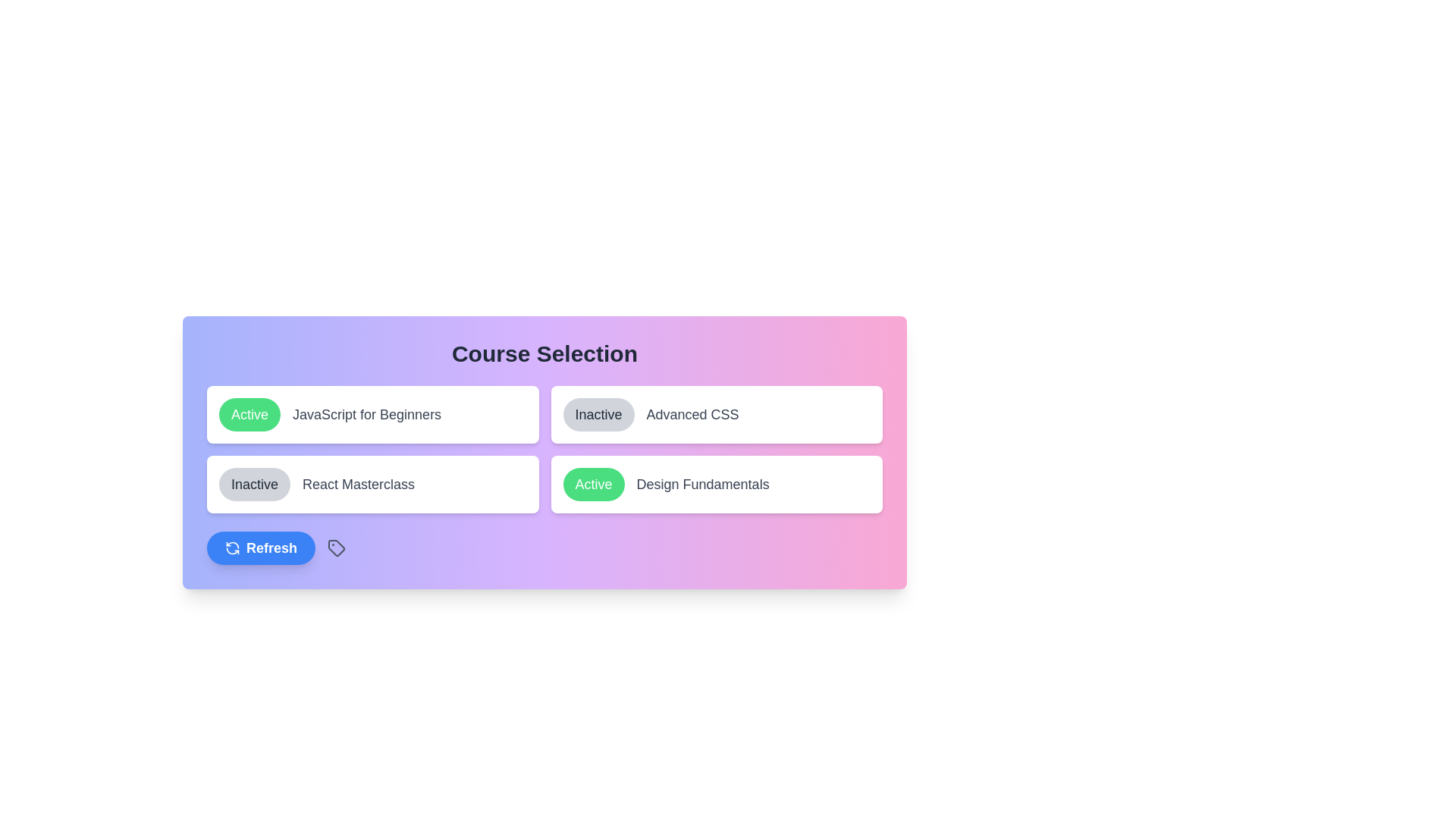  I want to click on the button indicating the status of the course 'JavaScript for Beginners', so click(249, 415).